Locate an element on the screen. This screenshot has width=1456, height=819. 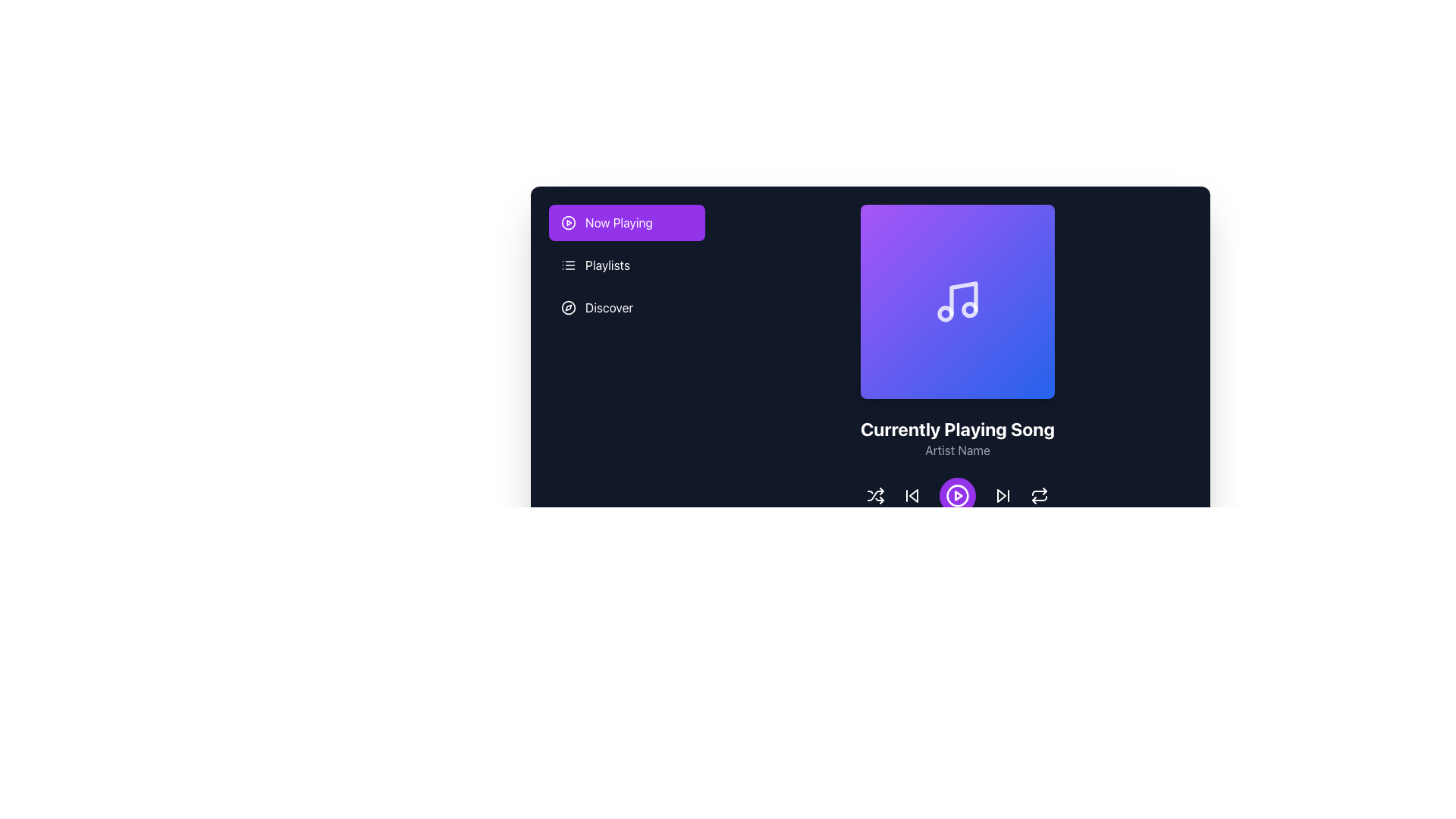
the media playback toggle button located at the center of the row of playback controls is located at coordinates (956, 496).